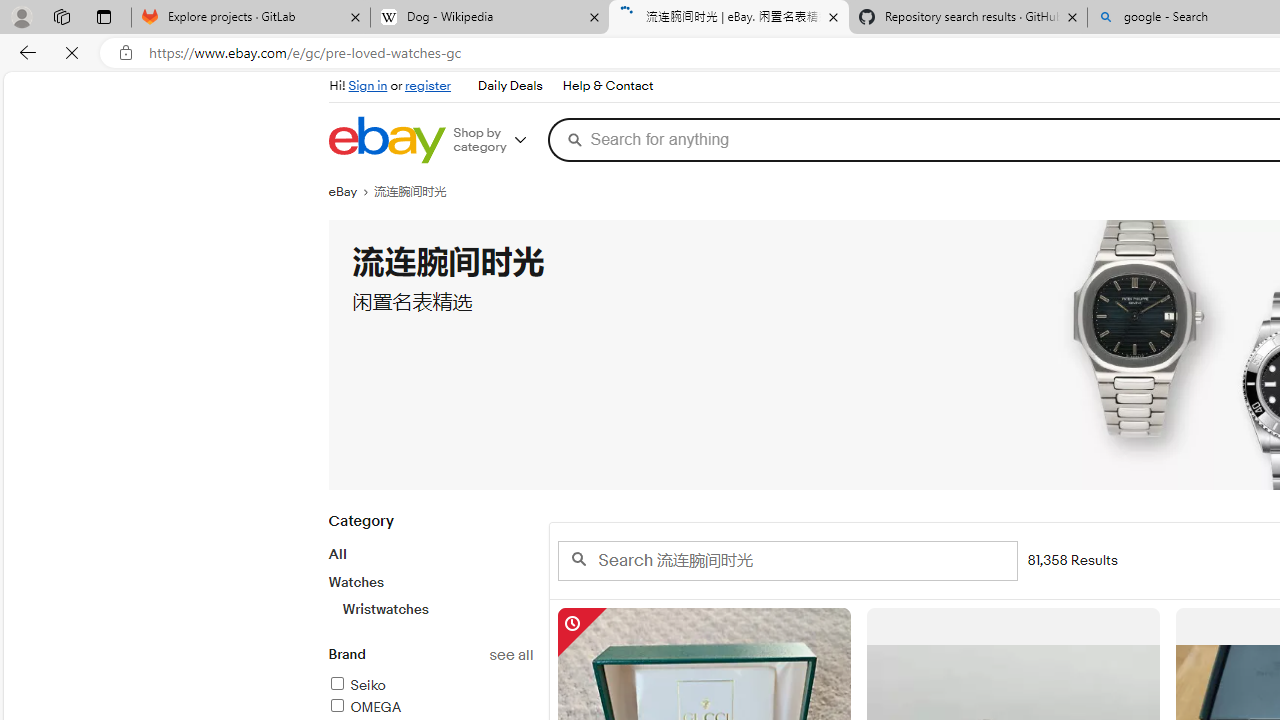 The width and height of the screenshot is (1280, 720). Describe the element at coordinates (368, 85) in the screenshot. I see `'Sign in'` at that location.